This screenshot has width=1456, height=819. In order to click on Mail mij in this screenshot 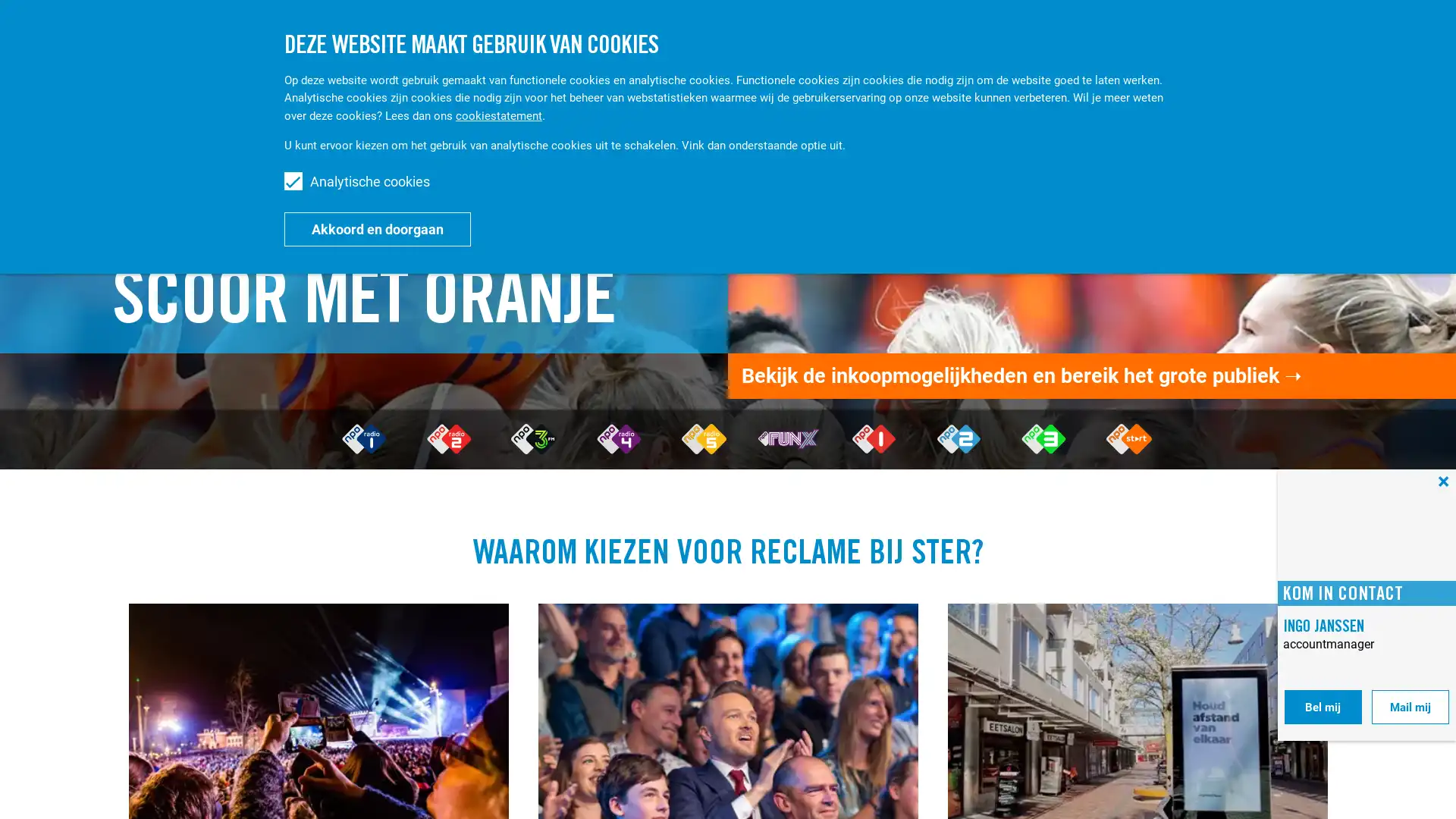, I will do `click(1410, 707)`.